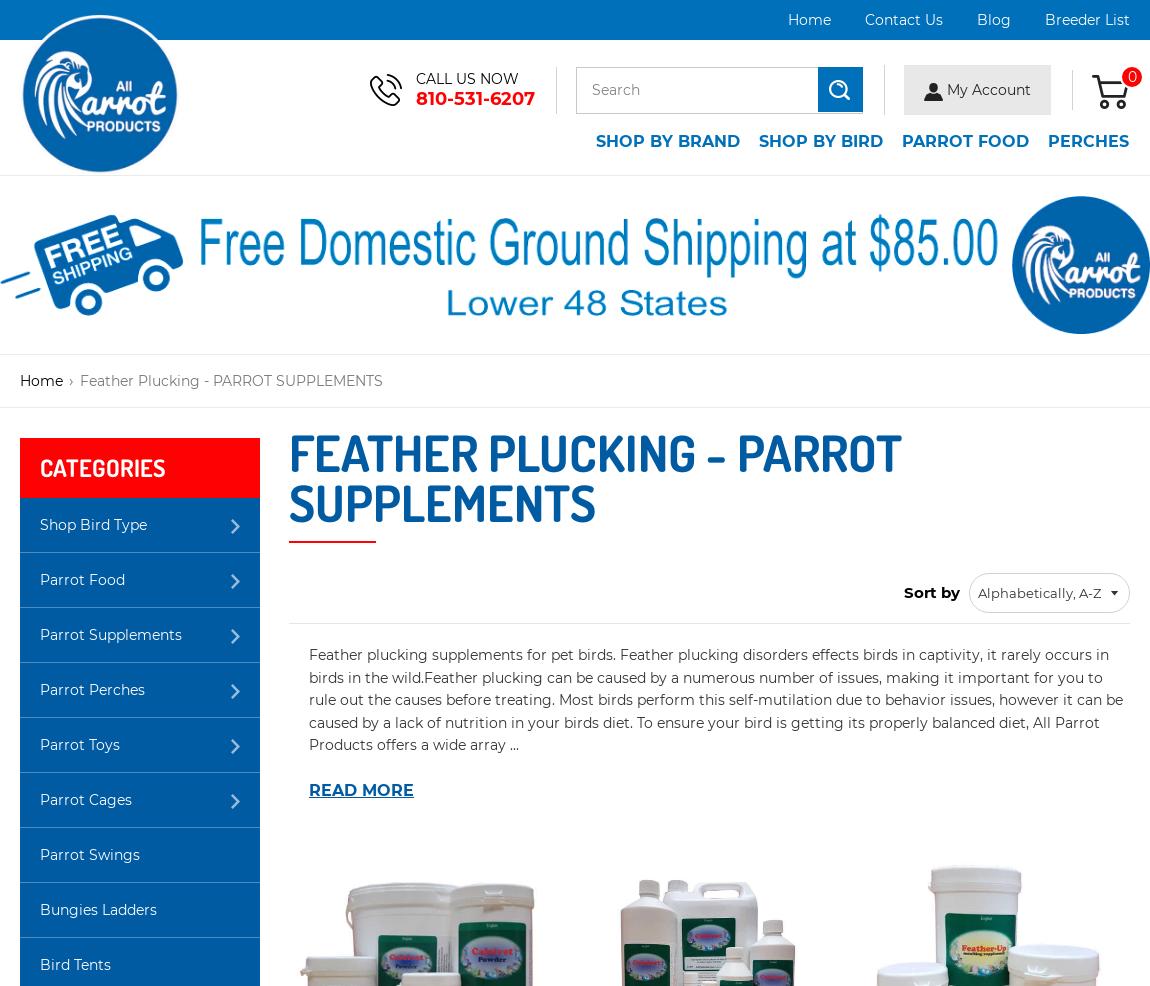 This screenshot has width=1150, height=986. I want to click on 'Sort by', so click(904, 591).